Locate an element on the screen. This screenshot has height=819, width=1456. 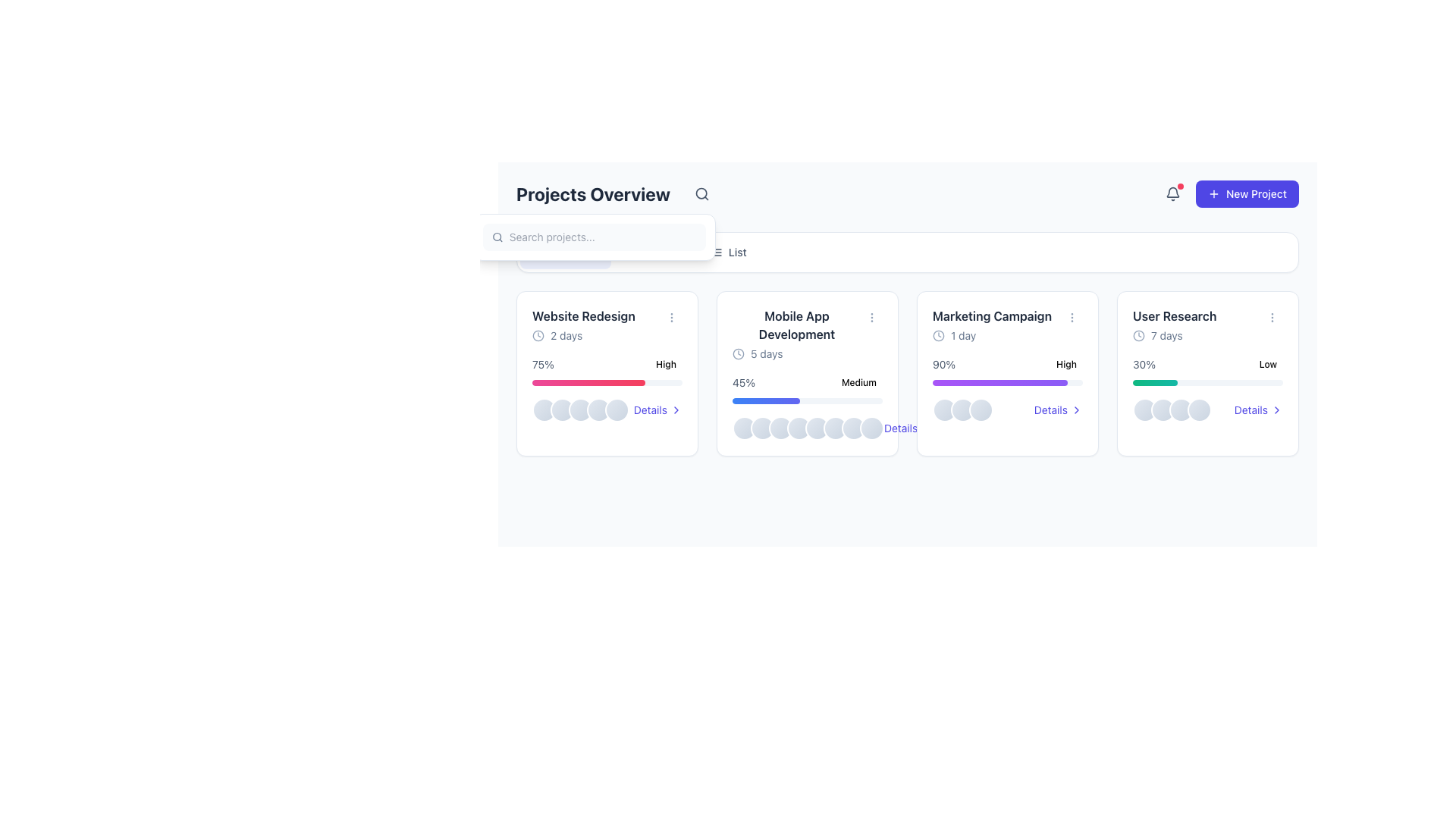
the middle avatar in the horizontally stacked Avatar group located within the 'Marketing Campaign' card, which is positioned below the '90%' progress bar is located at coordinates (962, 409).